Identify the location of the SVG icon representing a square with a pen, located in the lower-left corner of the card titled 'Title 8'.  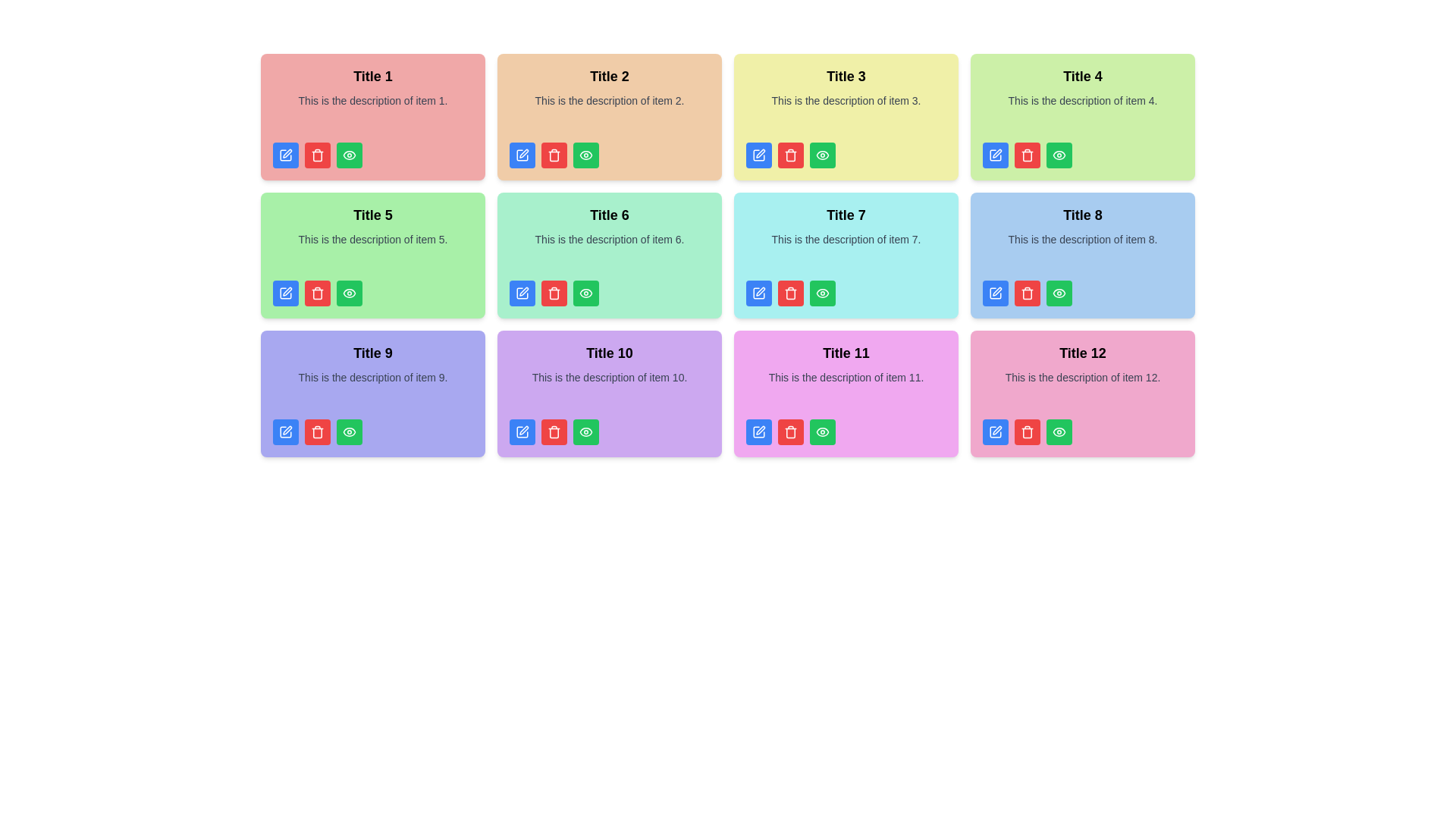
(996, 293).